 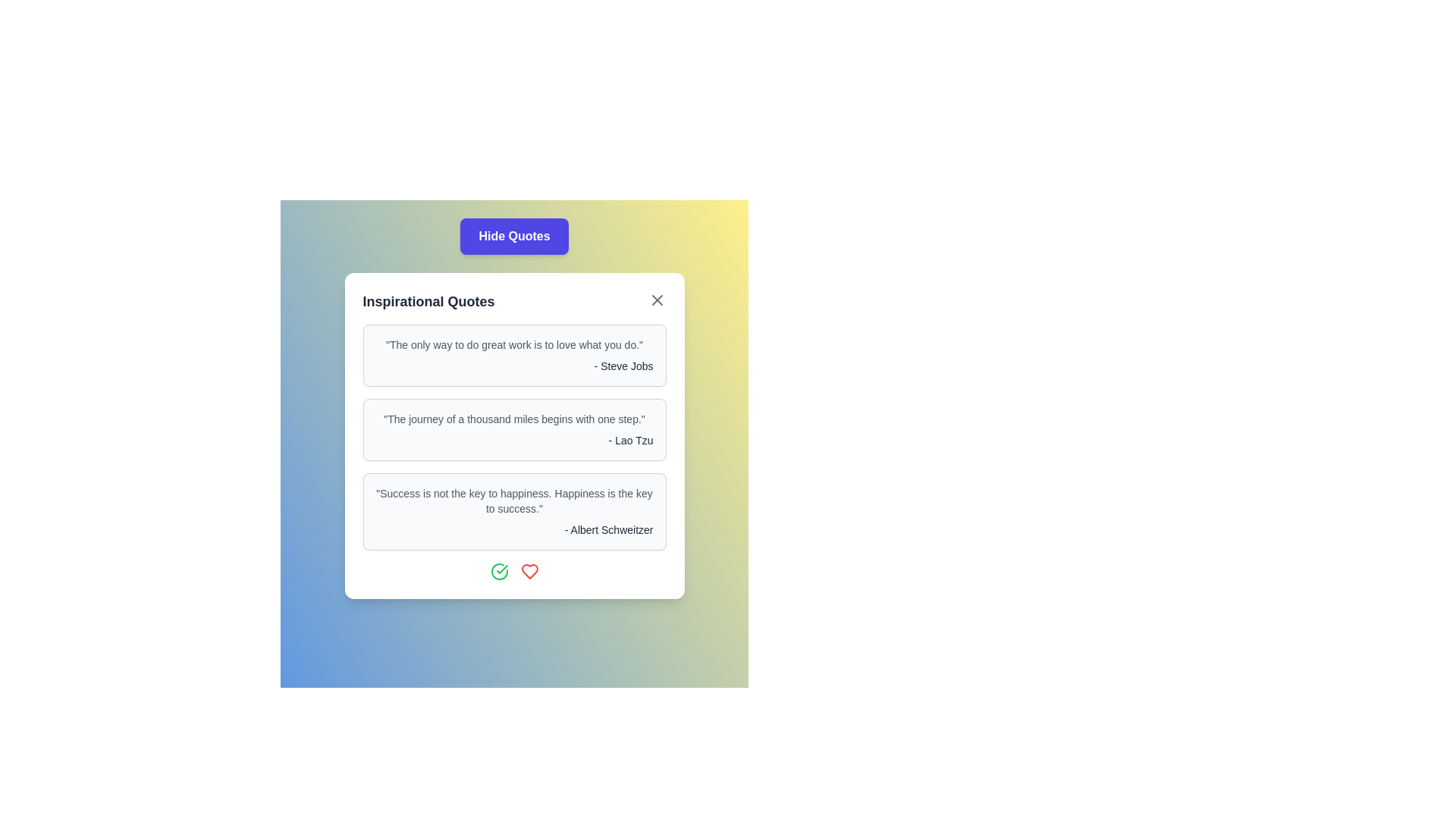 What do you see at coordinates (514, 237) in the screenshot?
I see `the indigo 'Hide Quotes' button with rounded corners to hide the quotes section` at bounding box center [514, 237].